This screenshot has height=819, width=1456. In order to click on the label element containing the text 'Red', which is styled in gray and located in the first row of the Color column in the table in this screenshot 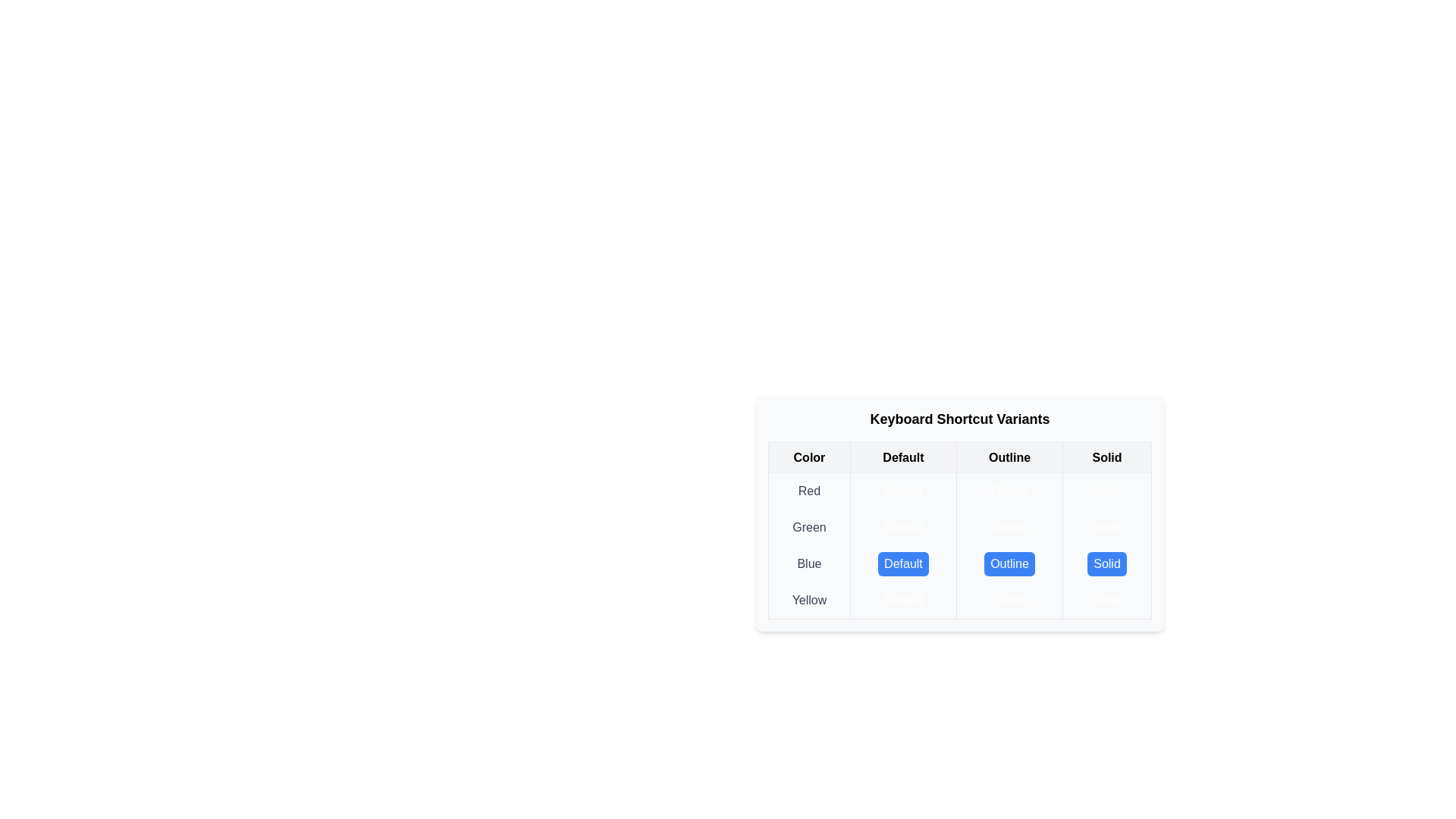, I will do `click(808, 491)`.